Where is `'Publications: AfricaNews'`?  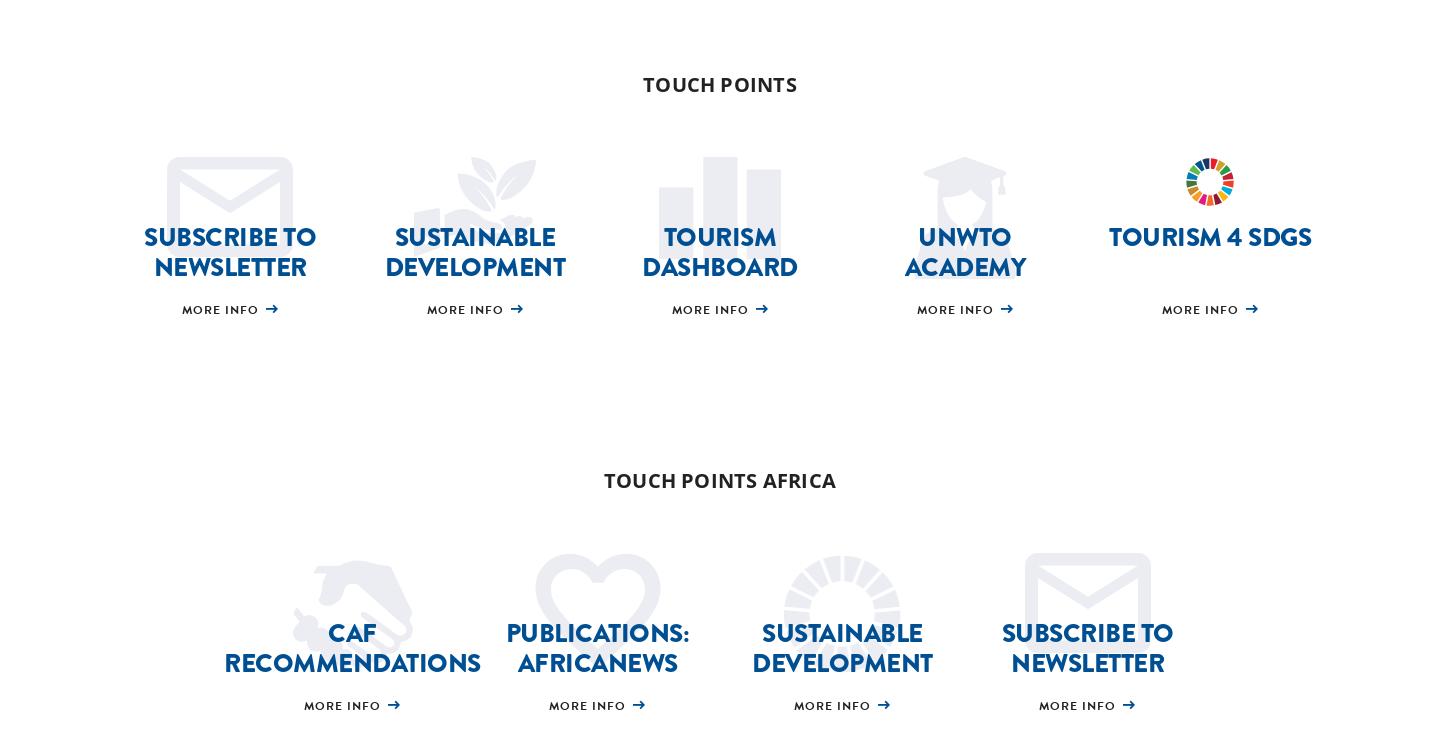 'Publications: AfricaNews' is located at coordinates (597, 647).